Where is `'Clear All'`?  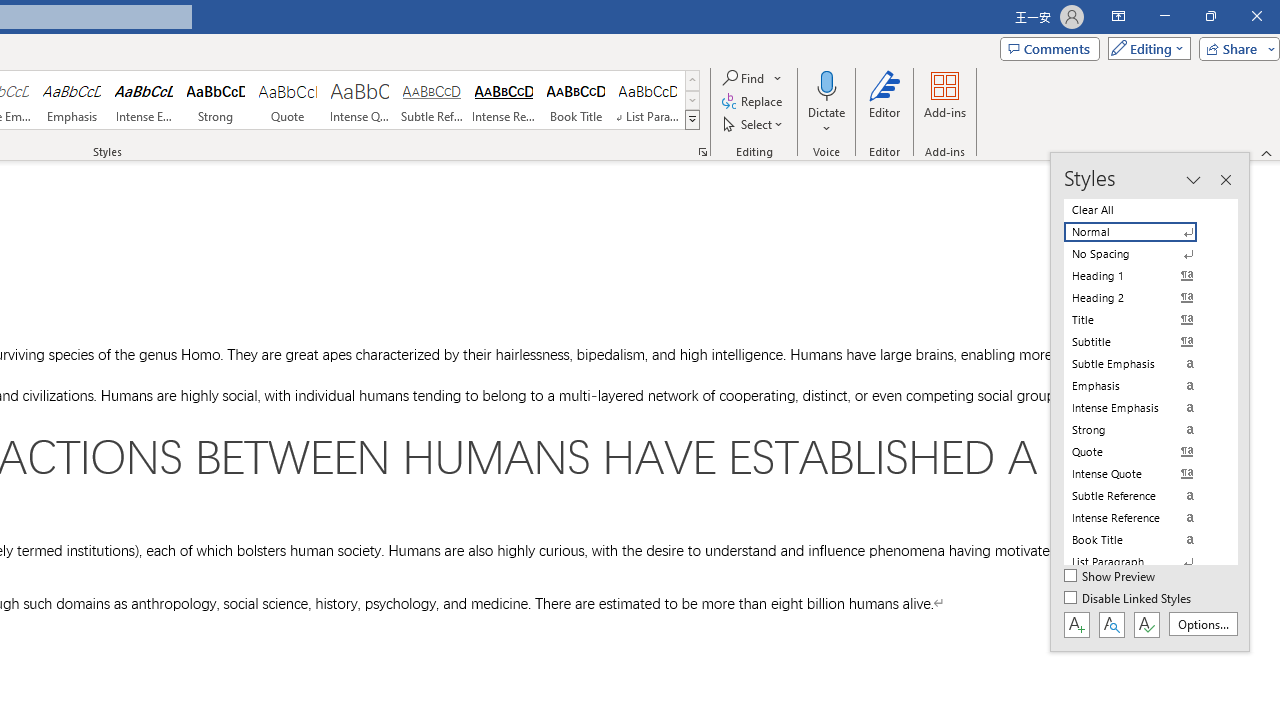
'Clear All' is located at coordinates (1142, 209).